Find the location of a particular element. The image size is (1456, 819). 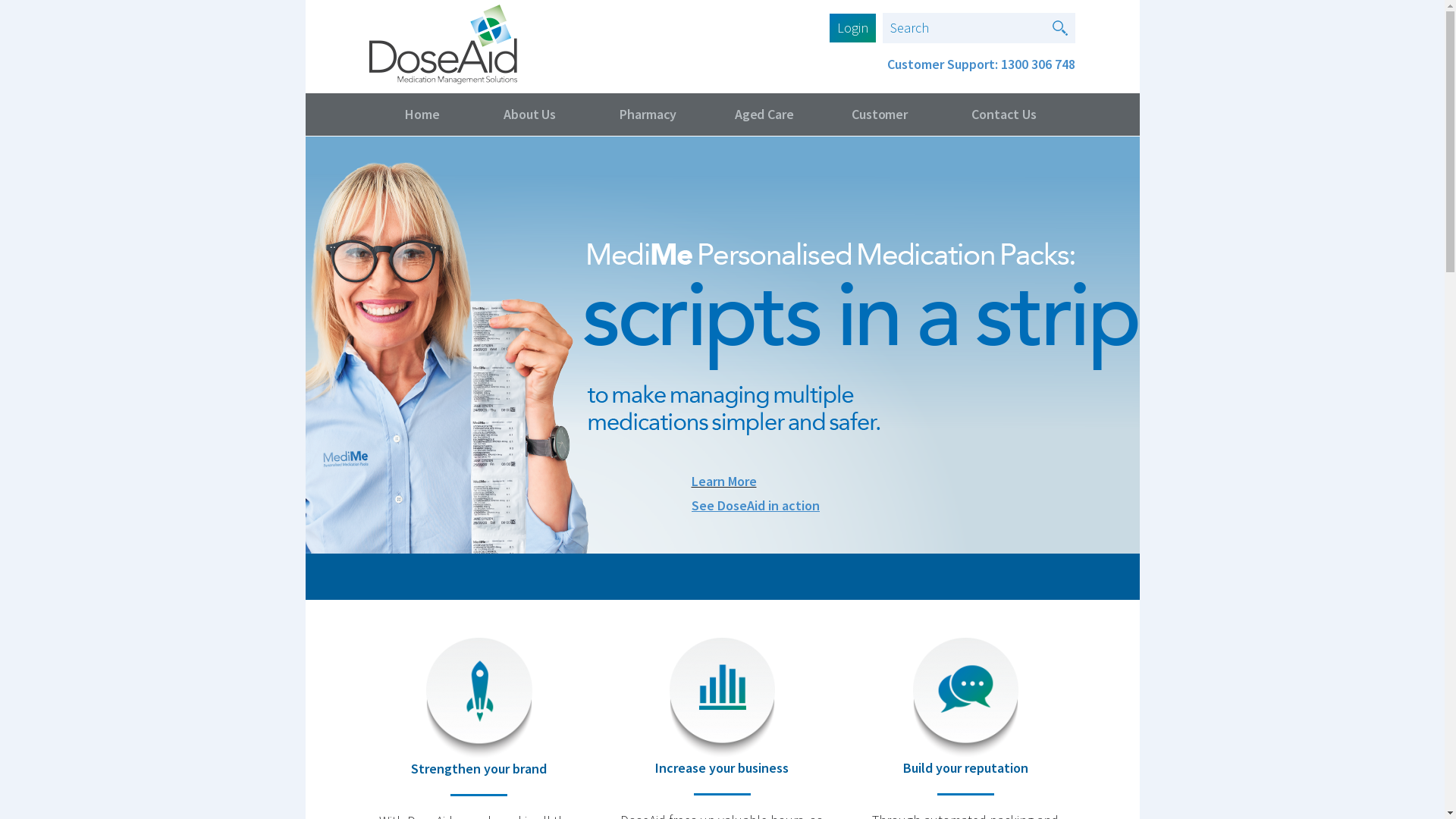

'Home' is located at coordinates (368, 113).